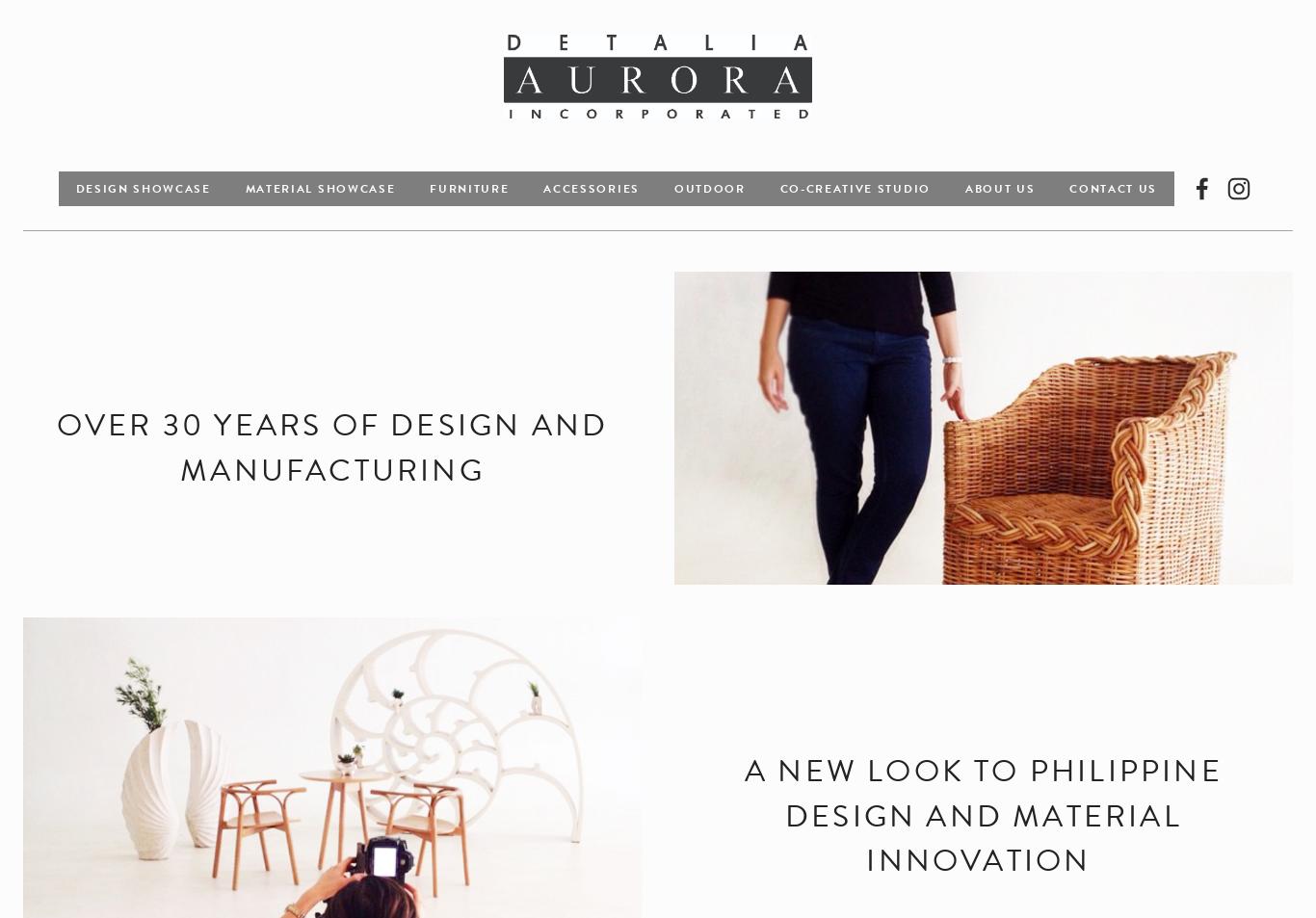  What do you see at coordinates (1068, 186) in the screenshot?
I see `'Contact Us'` at bounding box center [1068, 186].